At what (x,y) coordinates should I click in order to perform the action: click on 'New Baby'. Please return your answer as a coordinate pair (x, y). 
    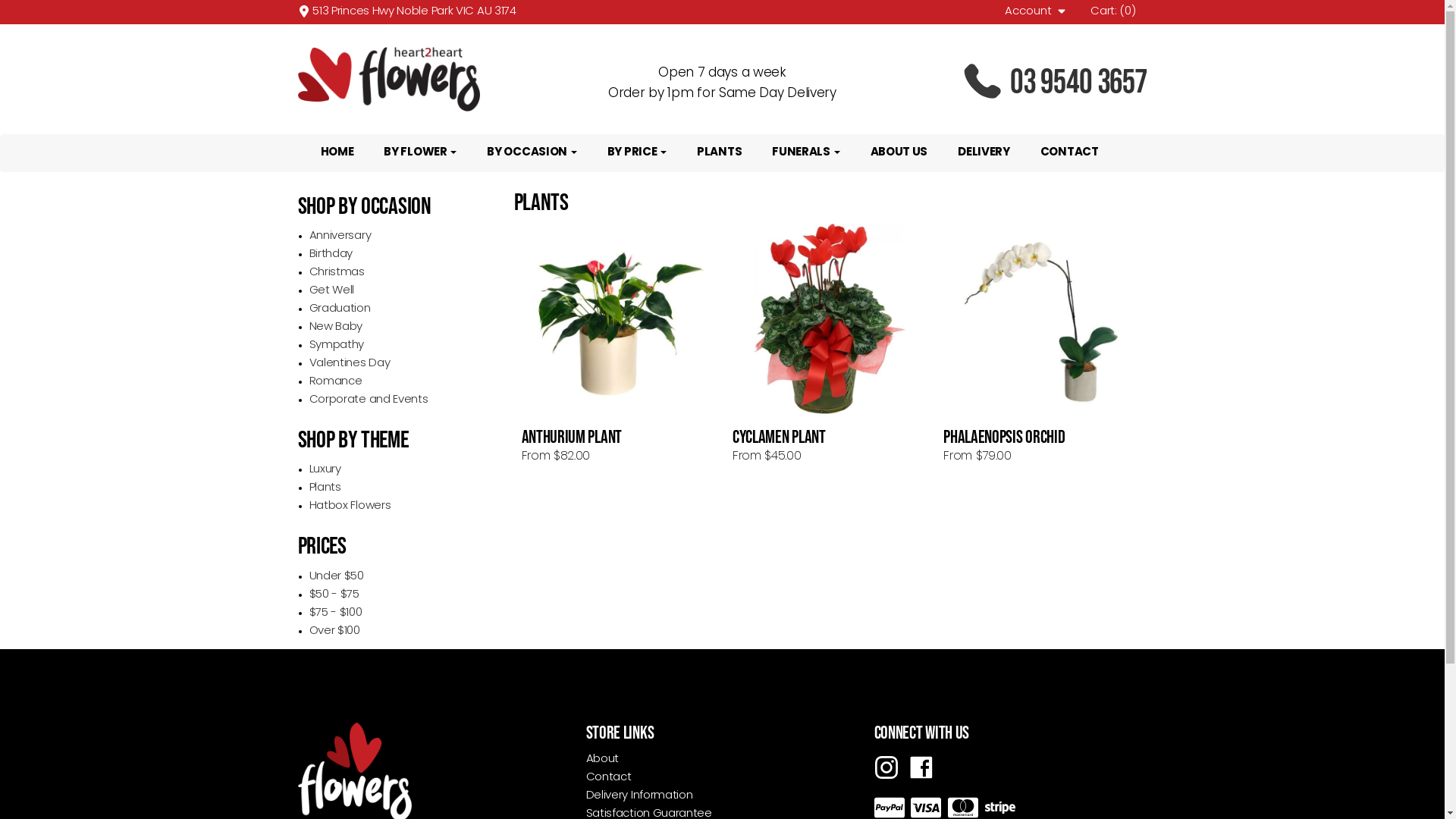
    Looking at the image, I should click on (335, 326).